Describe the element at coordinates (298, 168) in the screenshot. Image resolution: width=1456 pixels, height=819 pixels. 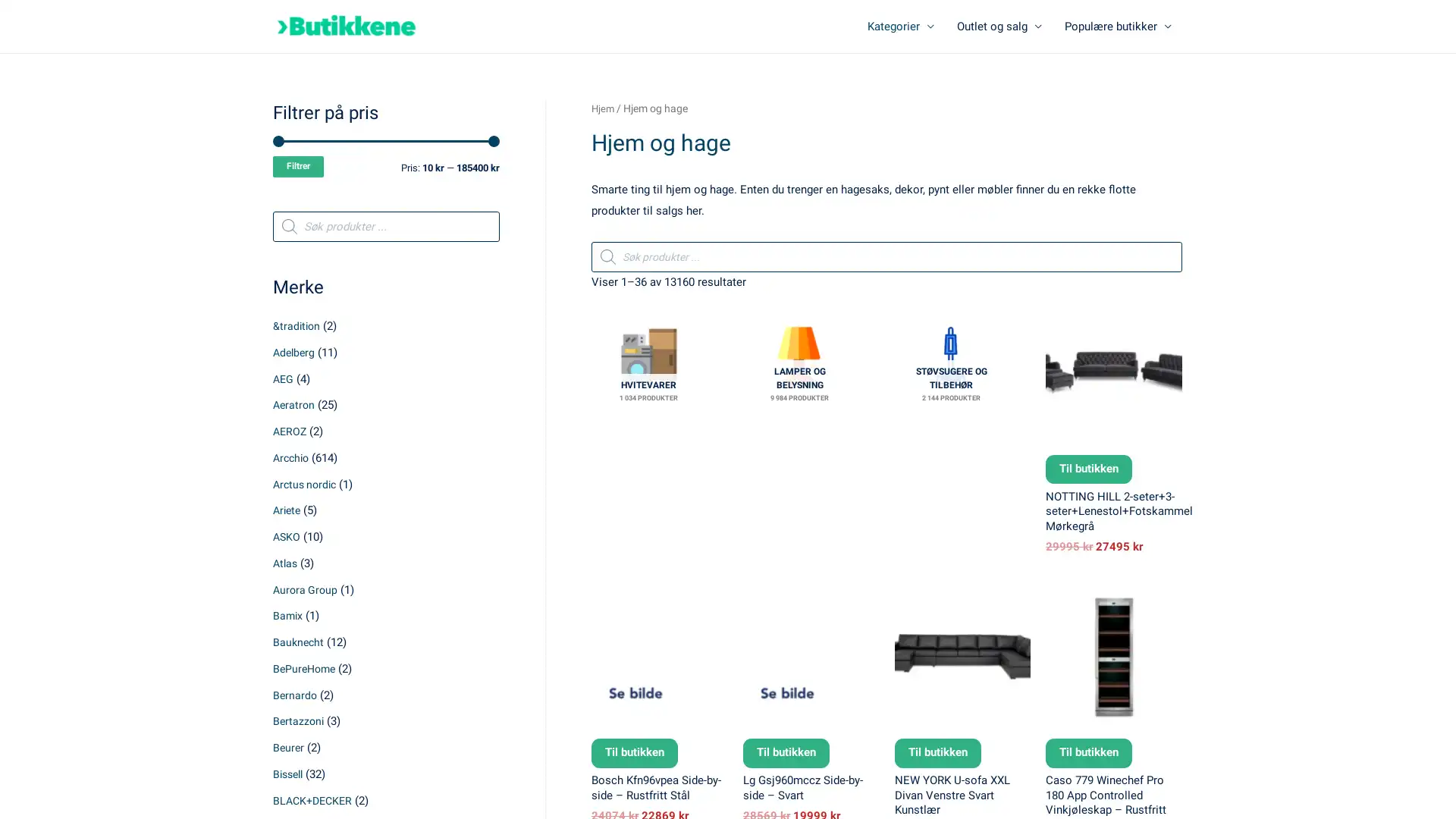
I see `Filtrer` at that location.